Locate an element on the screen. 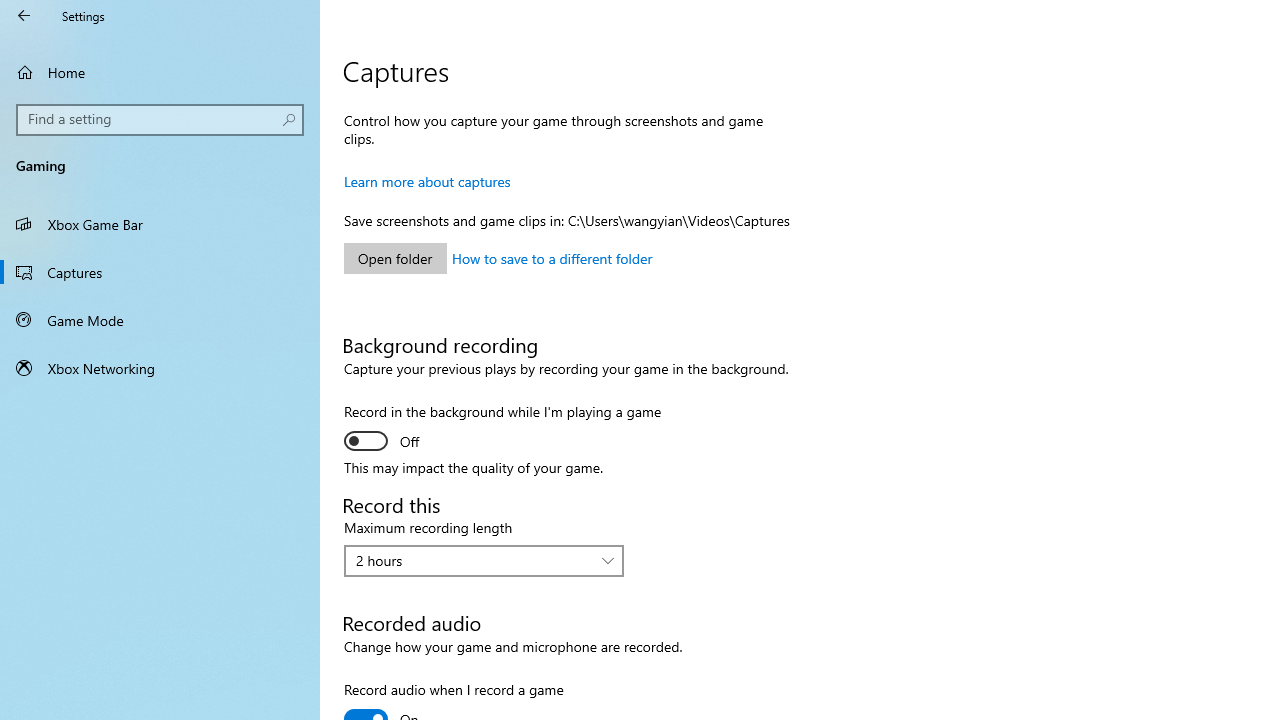 The image size is (1280, 720). '2 hours' is located at coordinates (472, 560).